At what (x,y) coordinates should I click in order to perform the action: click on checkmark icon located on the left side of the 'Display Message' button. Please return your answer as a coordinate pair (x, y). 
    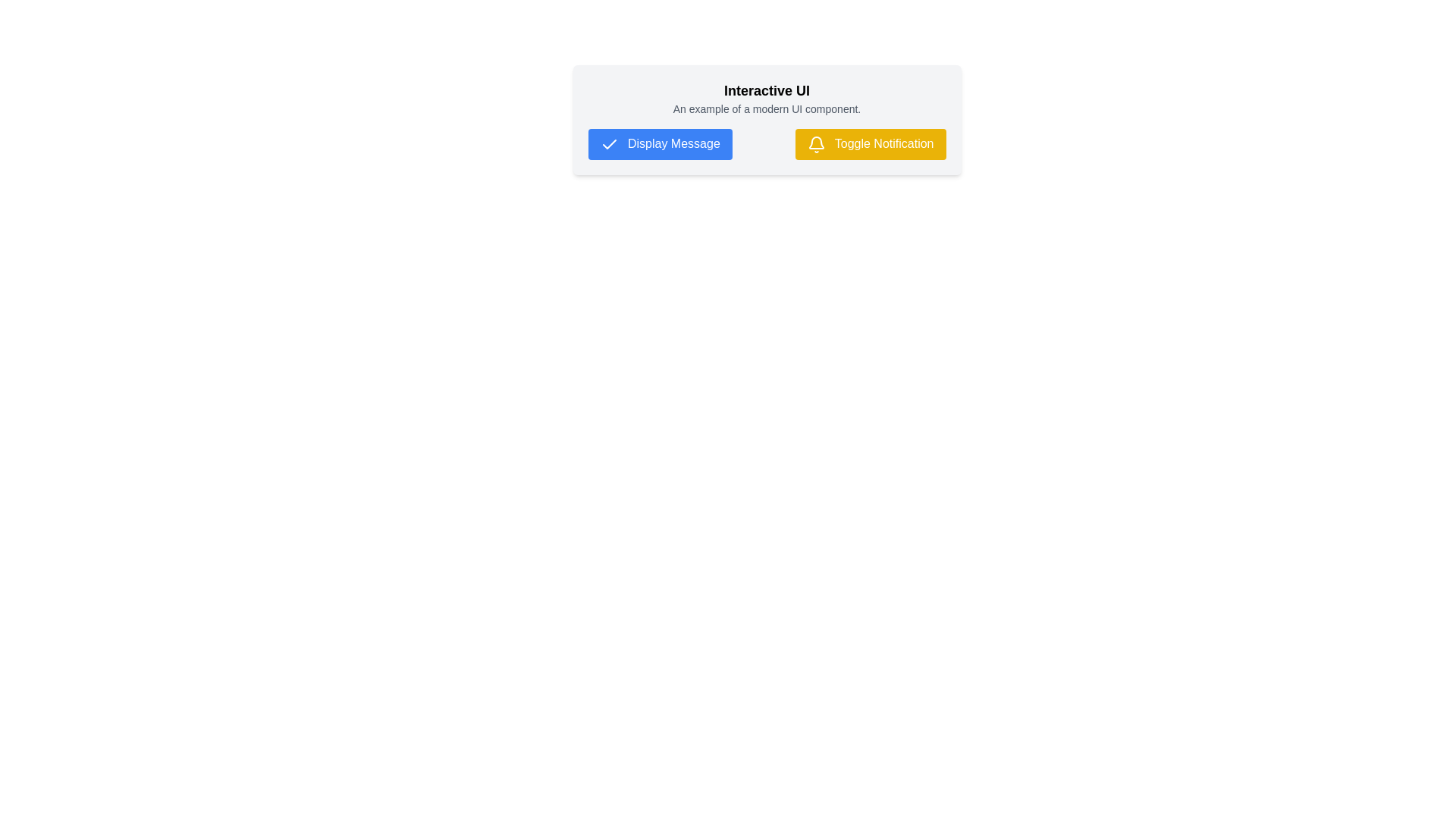
    Looking at the image, I should click on (609, 144).